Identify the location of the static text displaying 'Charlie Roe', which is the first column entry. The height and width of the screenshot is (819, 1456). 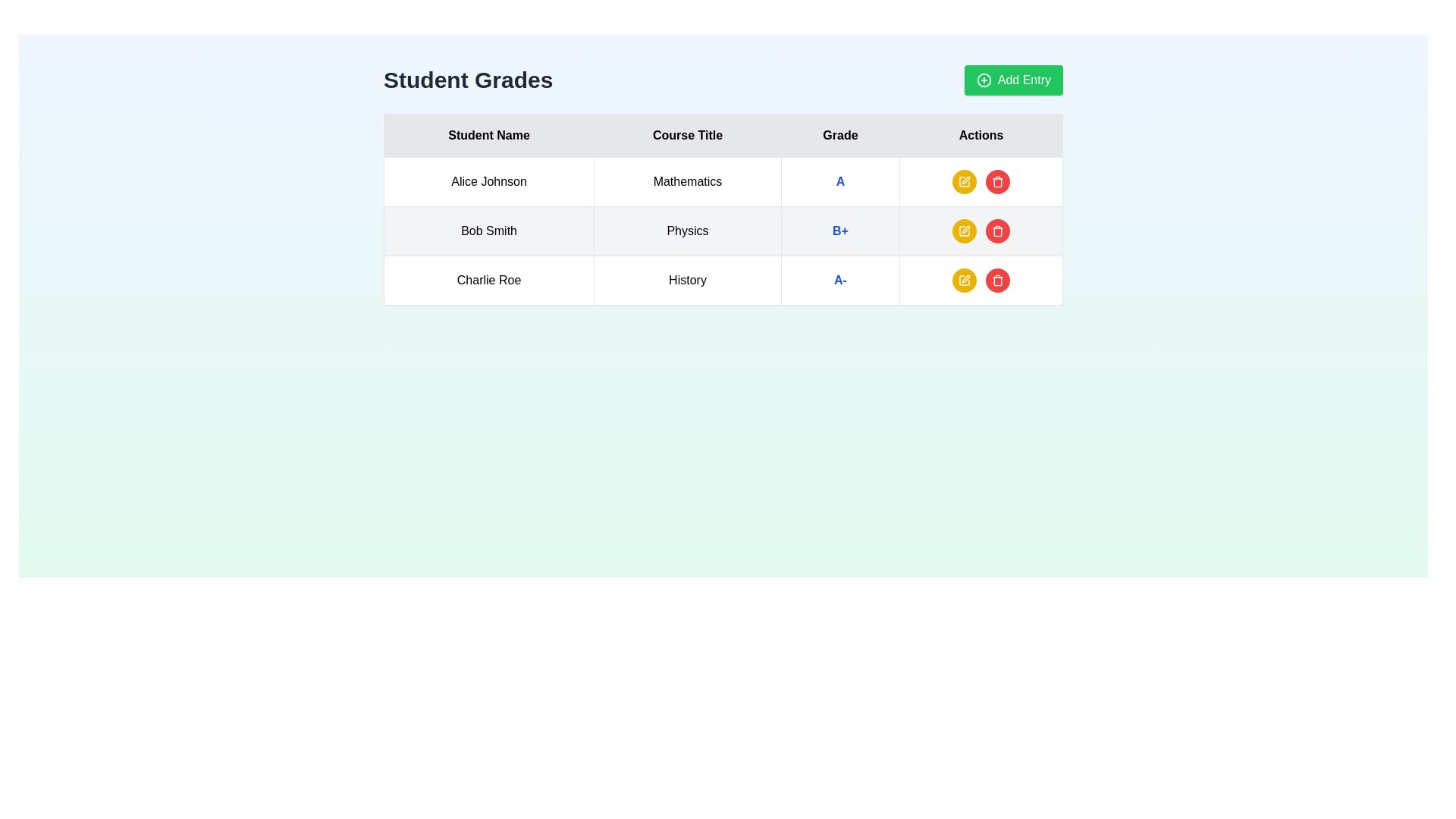
(489, 281).